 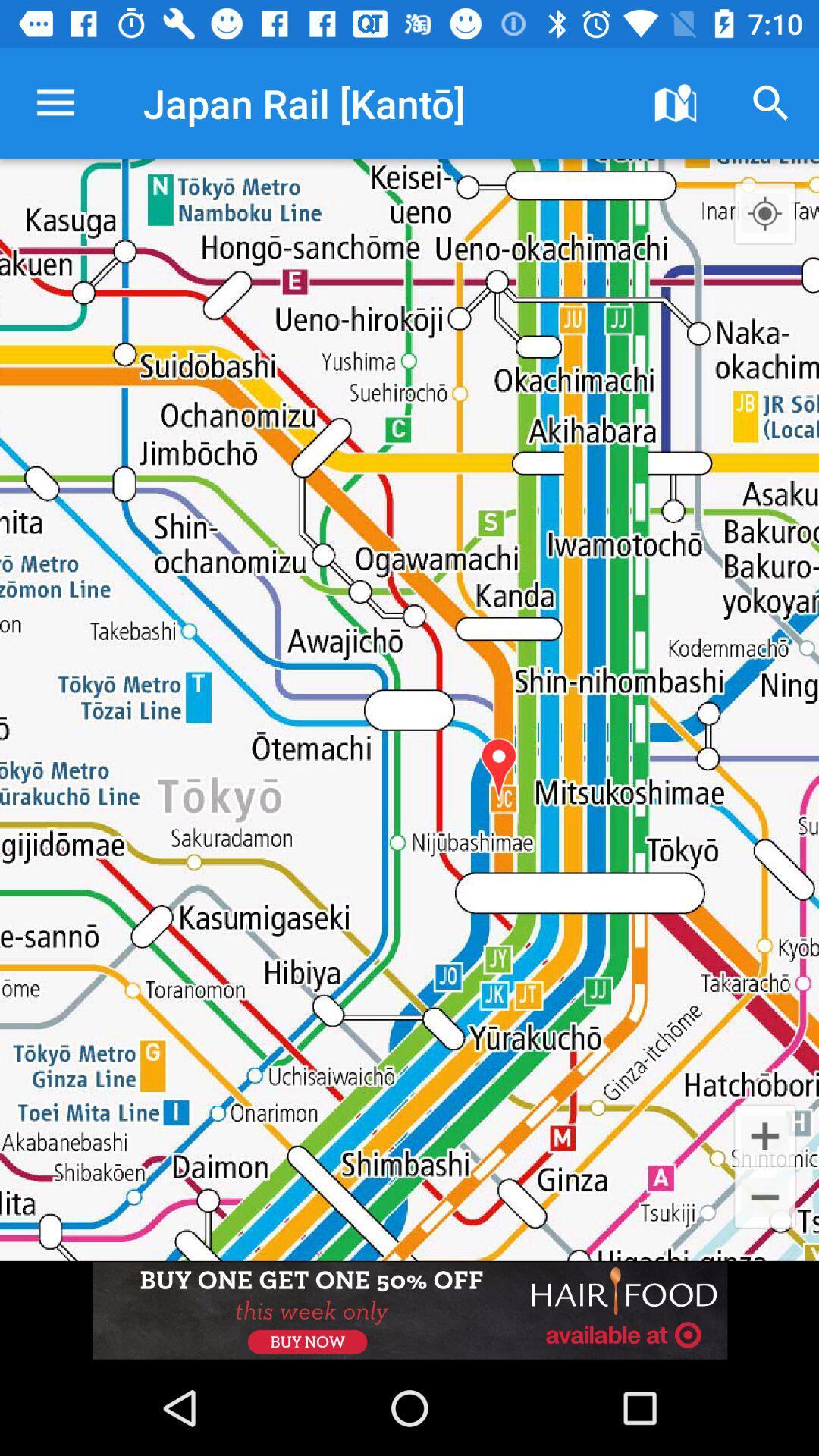 I want to click on zoom out, so click(x=764, y=1197).